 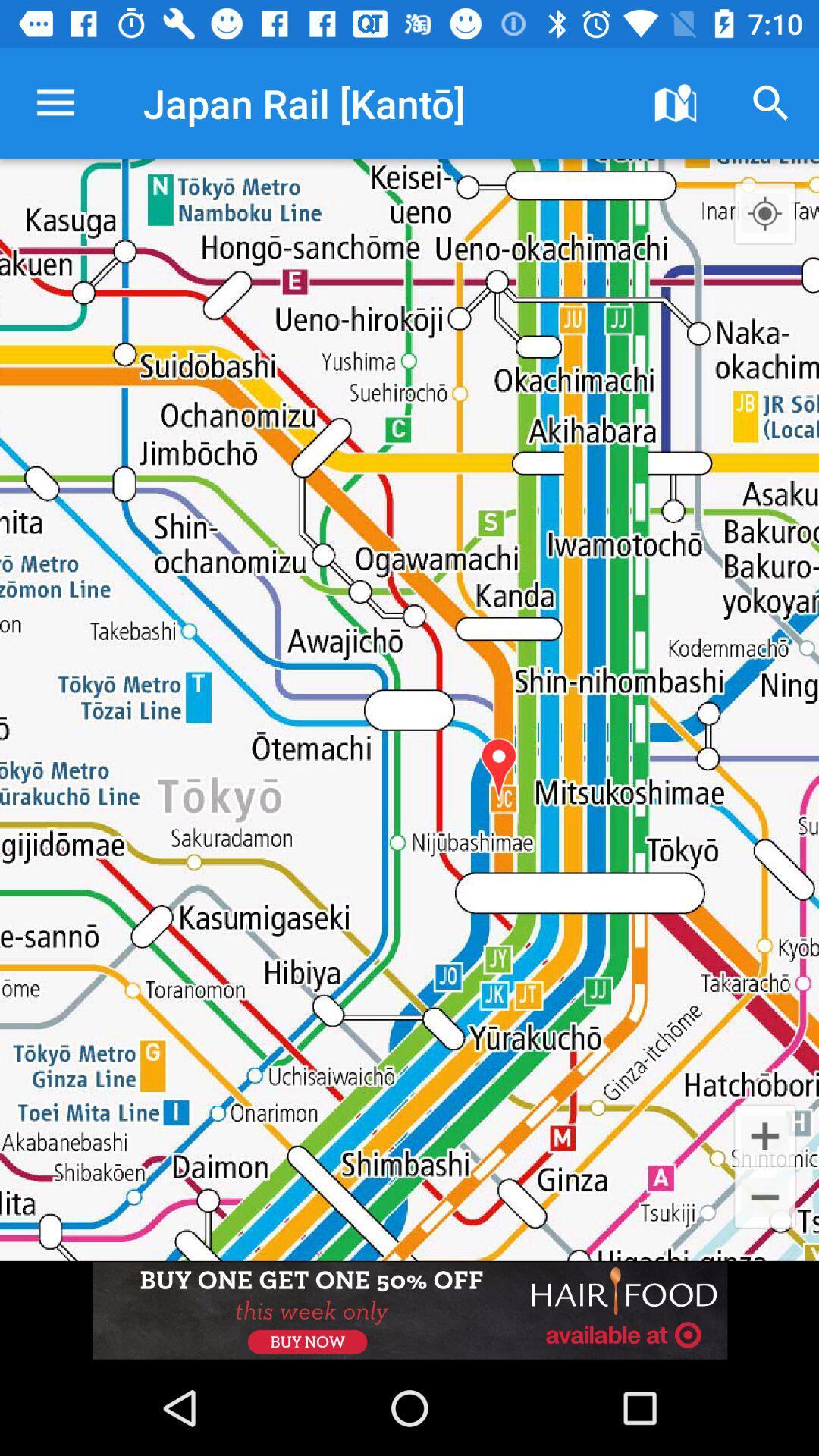 I want to click on zoom out, so click(x=764, y=1197).